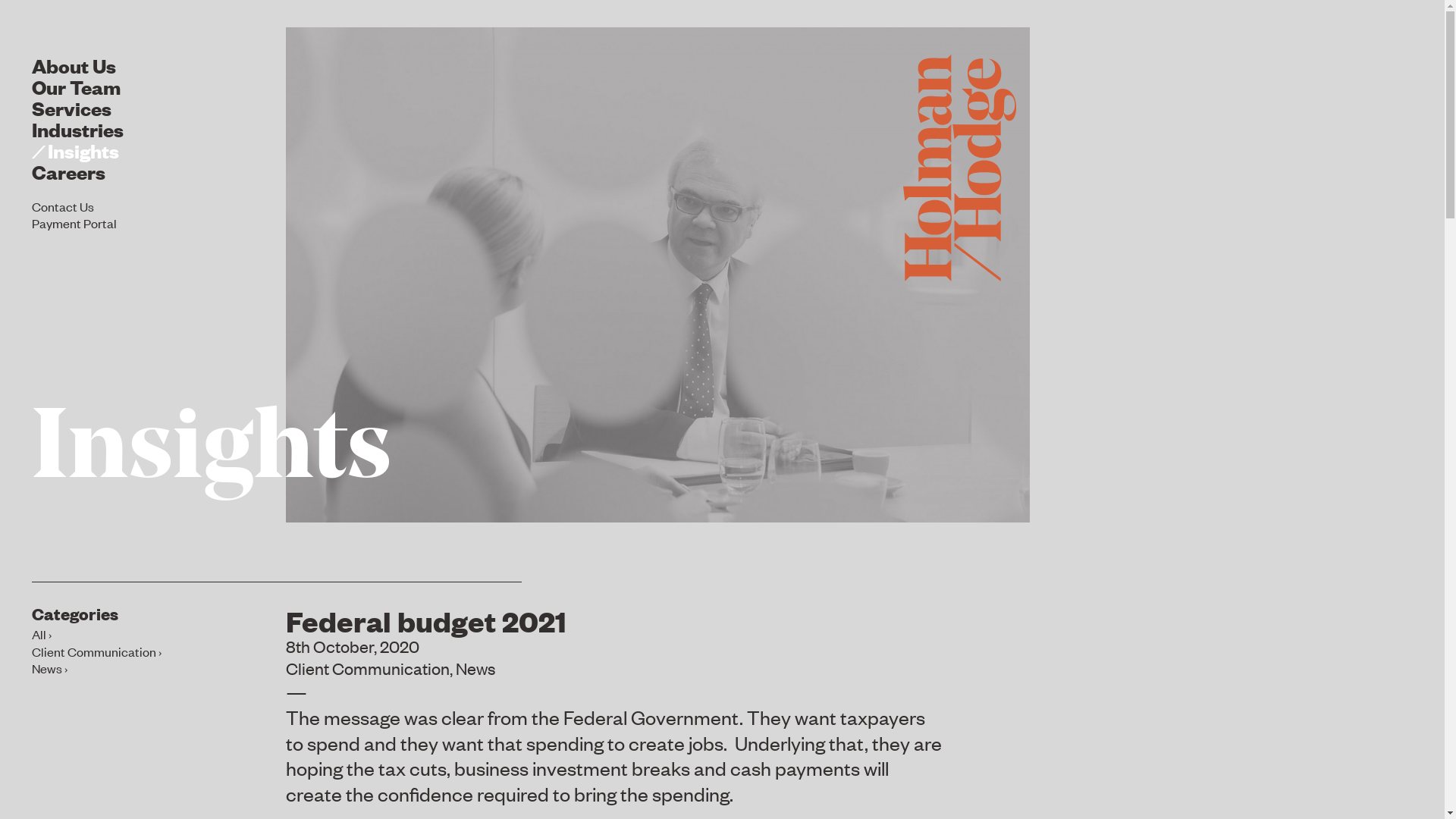 The height and width of the screenshot is (819, 1456). What do you see at coordinates (210, 451) in the screenshot?
I see `'Insights'` at bounding box center [210, 451].